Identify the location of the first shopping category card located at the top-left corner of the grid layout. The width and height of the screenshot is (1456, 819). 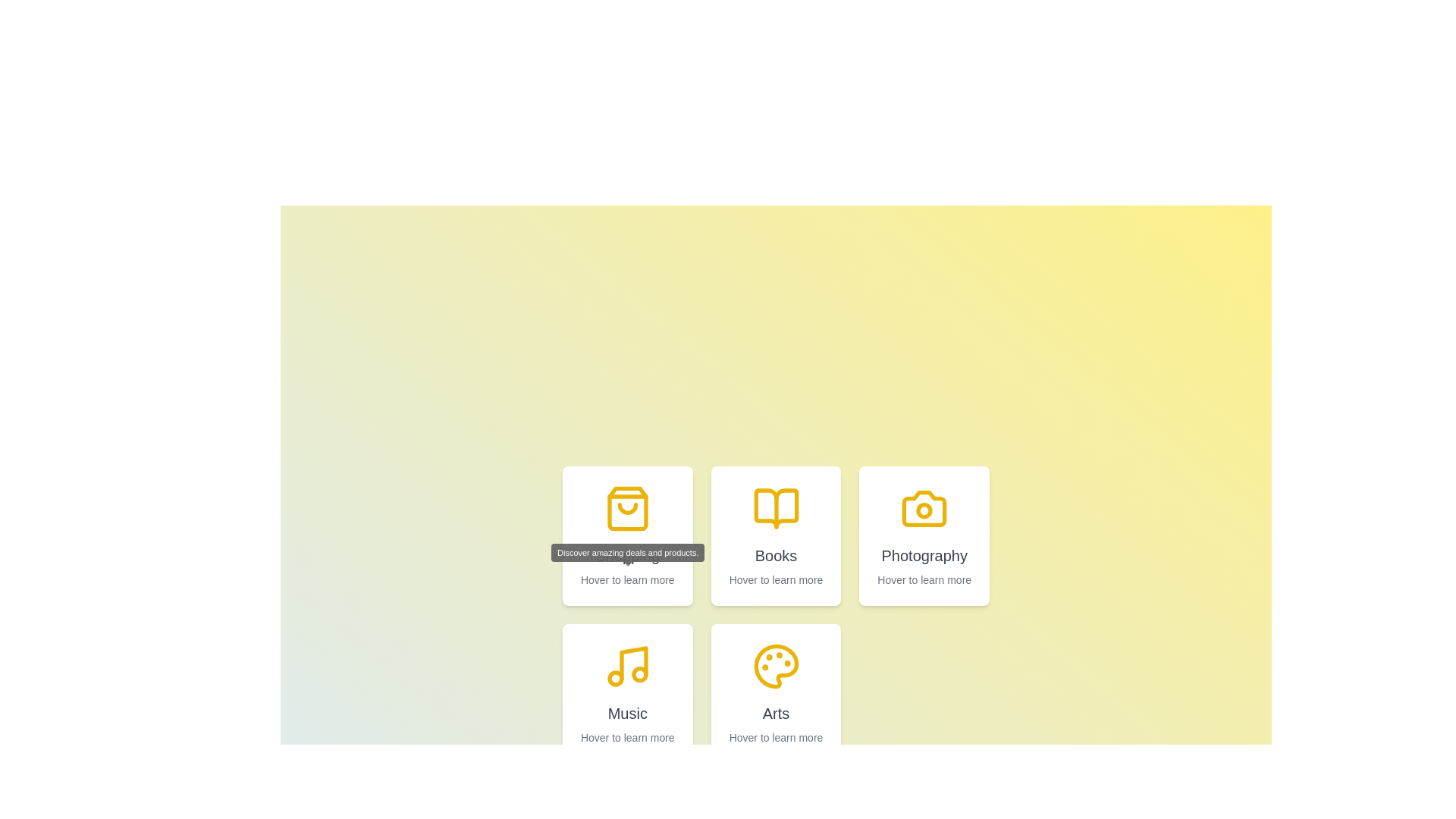
(627, 535).